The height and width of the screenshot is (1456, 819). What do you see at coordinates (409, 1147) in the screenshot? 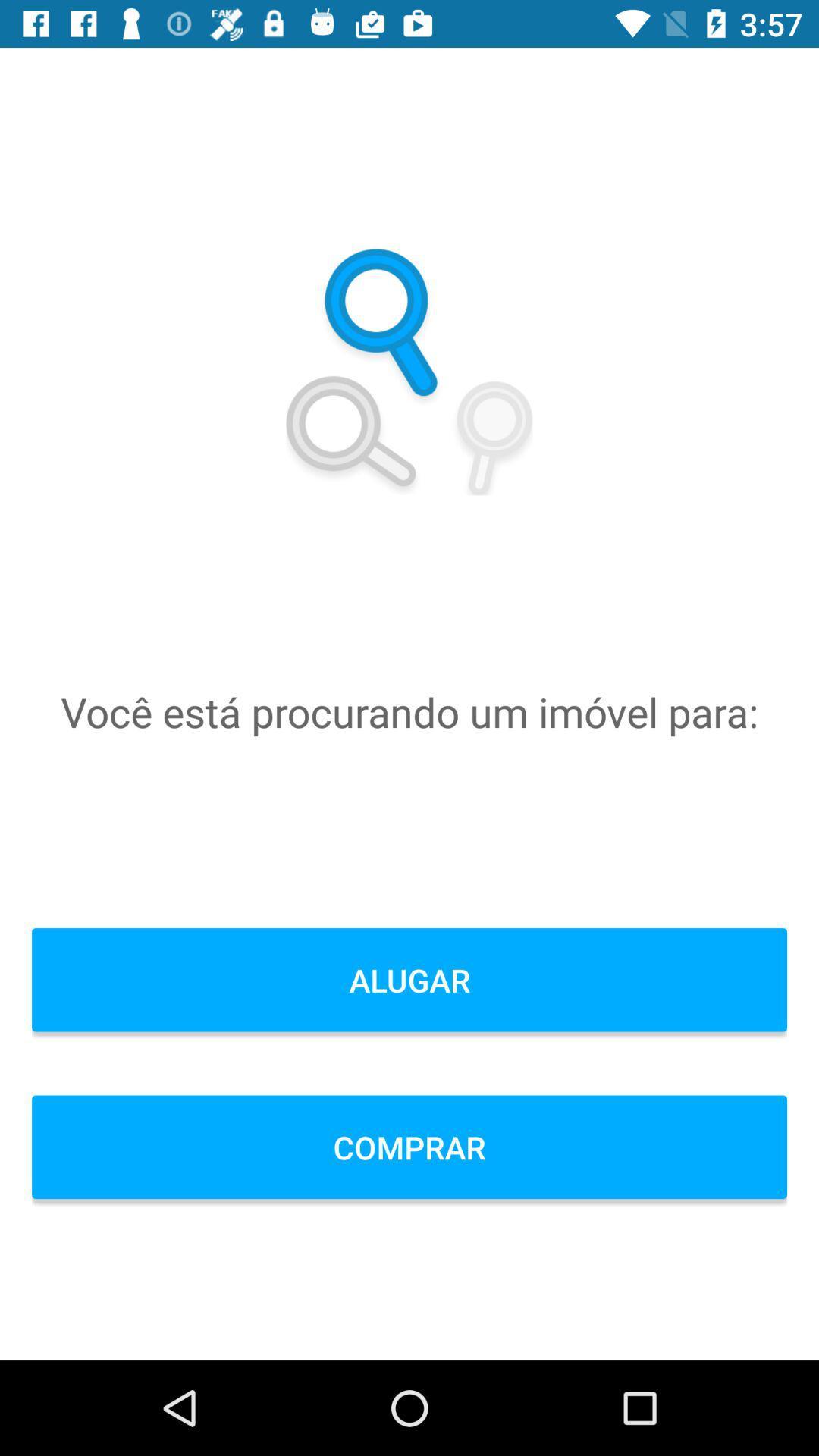
I see `the icon below the alugar` at bounding box center [409, 1147].